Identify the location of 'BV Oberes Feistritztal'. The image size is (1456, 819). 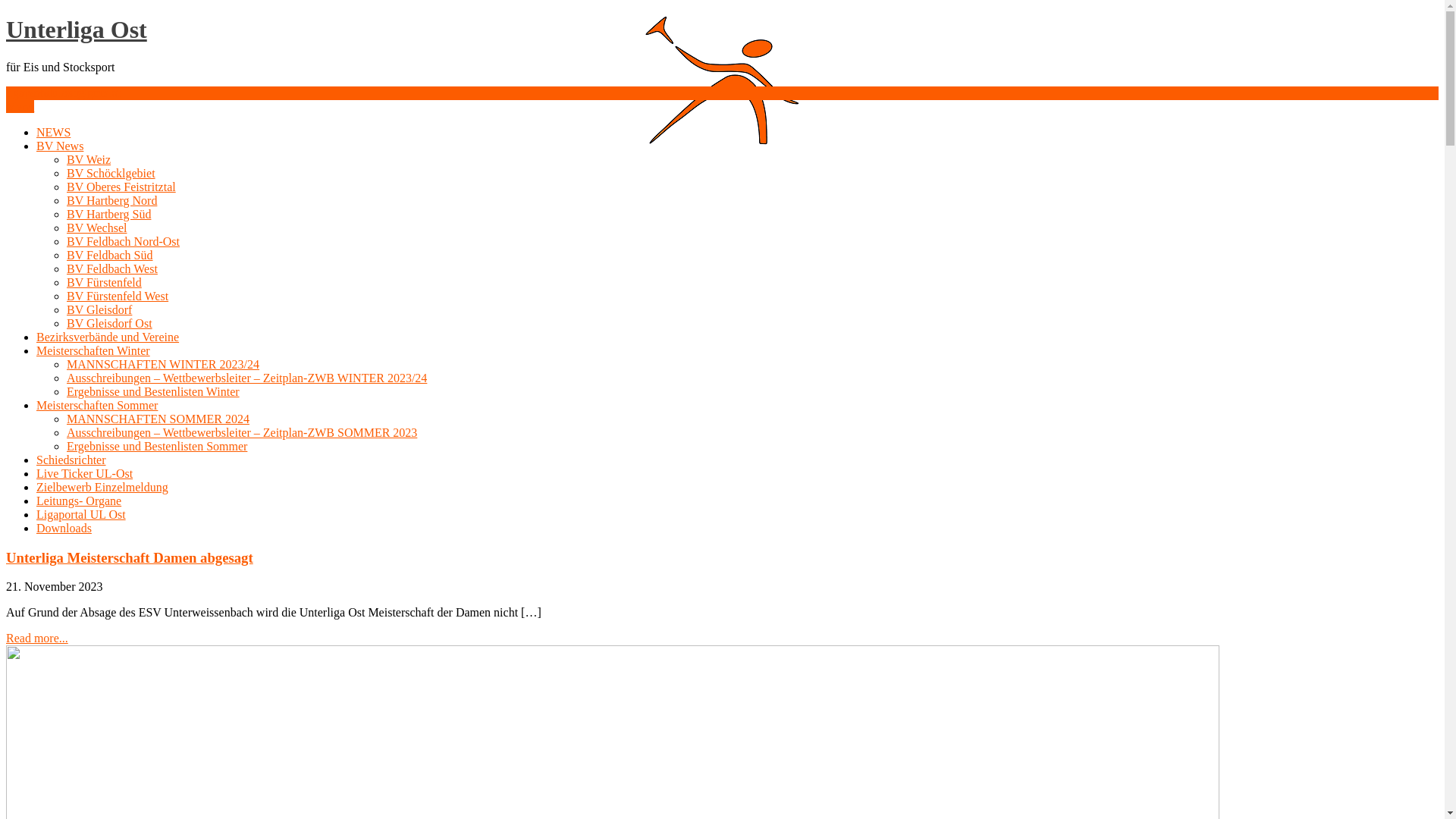
(120, 186).